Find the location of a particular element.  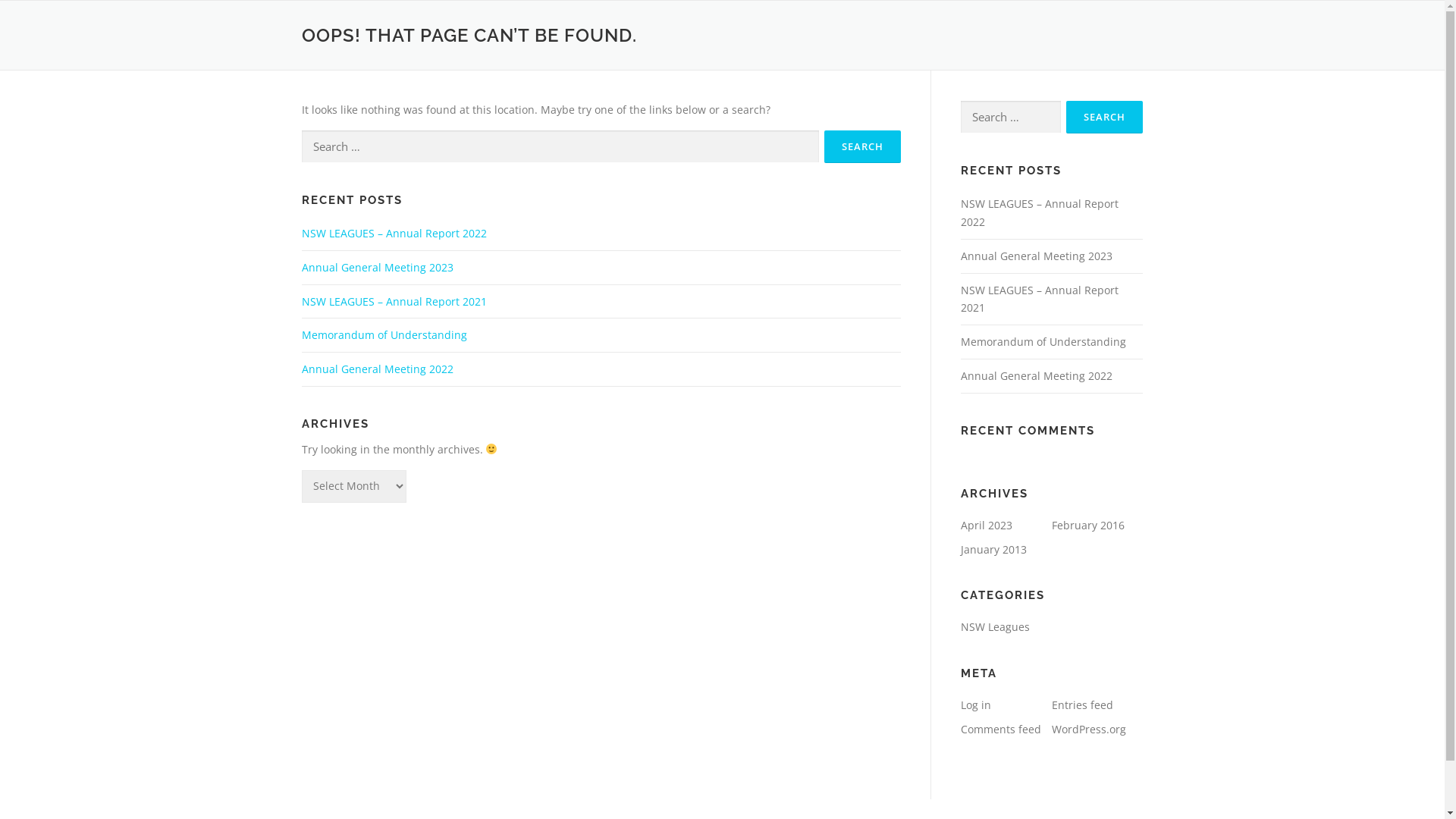

'Annual General Meeting 2022' is located at coordinates (1035, 375).